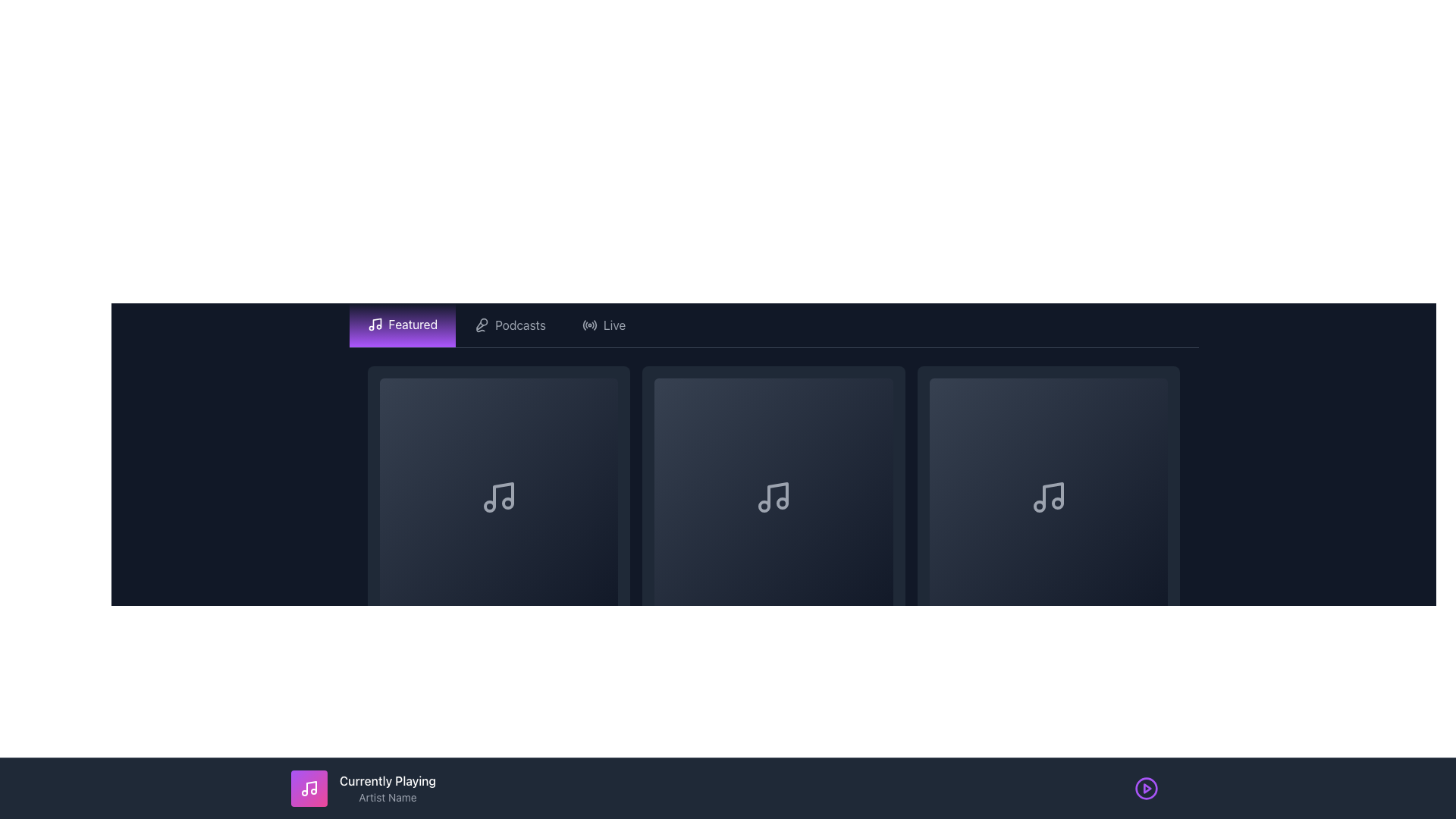  Describe the element at coordinates (1147, 788) in the screenshot. I see `the play button located at the bottom-right corner of the interface` at that location.